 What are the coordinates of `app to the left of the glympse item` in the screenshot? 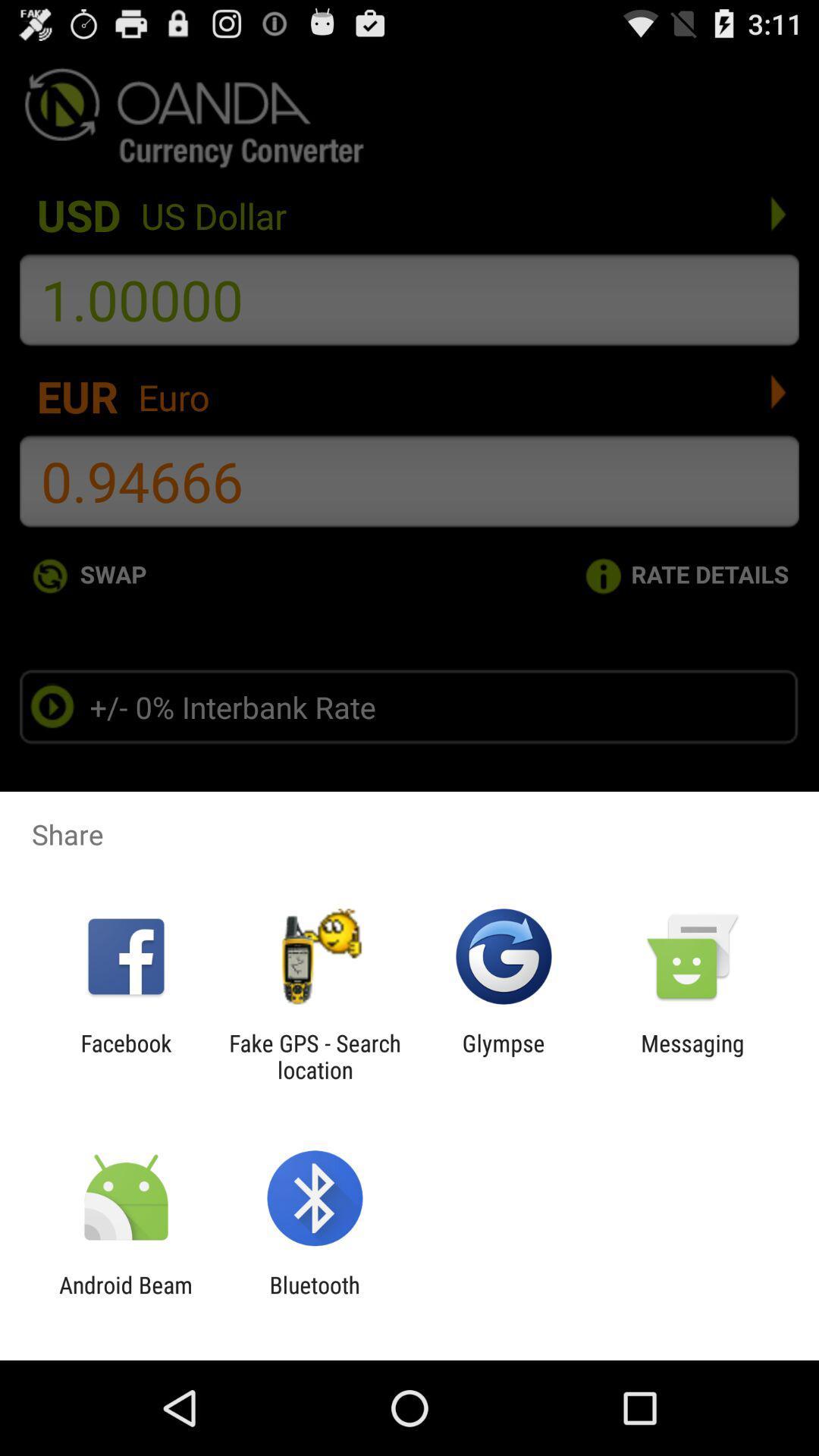 It's located at (314, 1056).